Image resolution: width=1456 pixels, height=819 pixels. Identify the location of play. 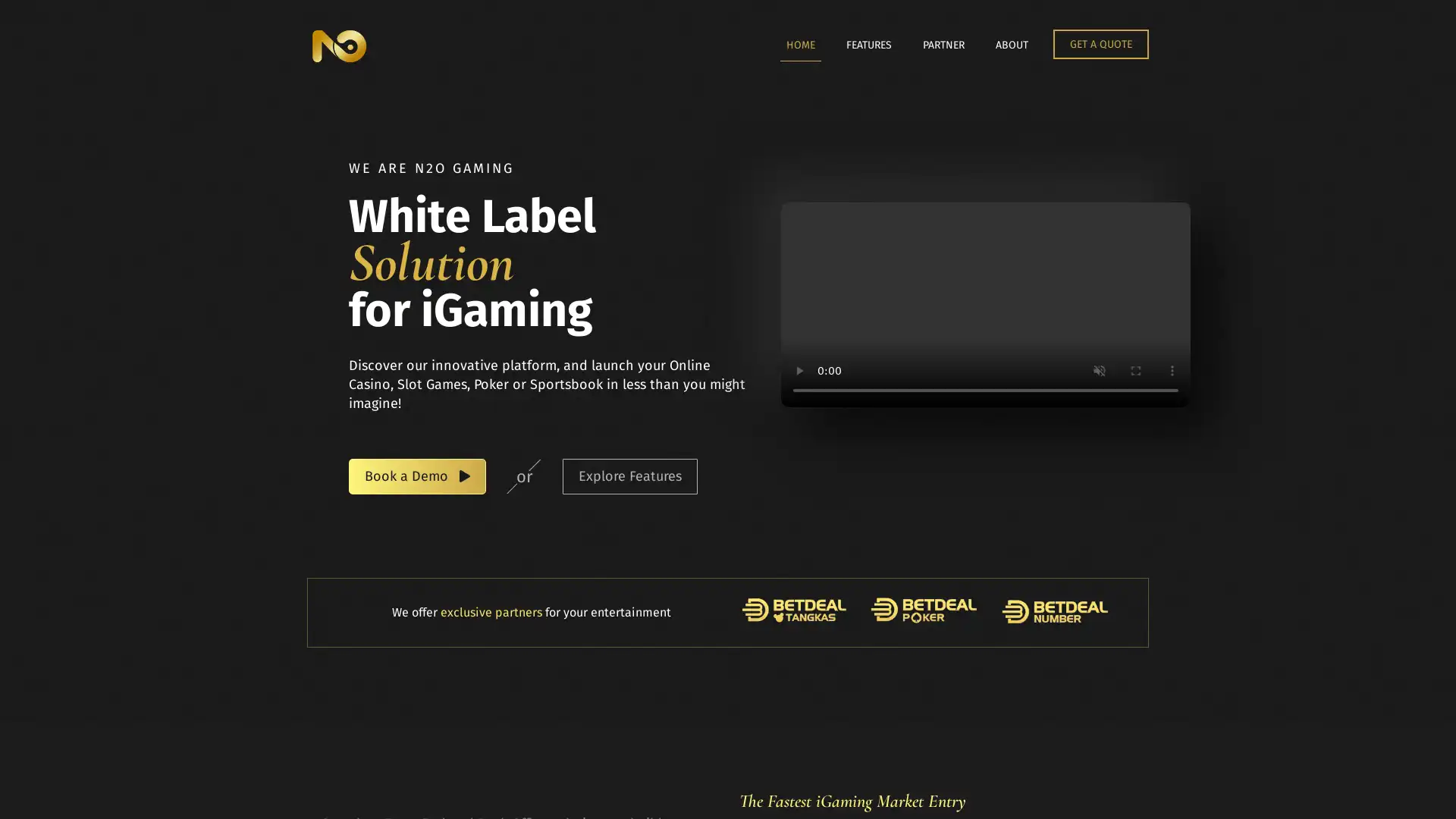
(799, 371).